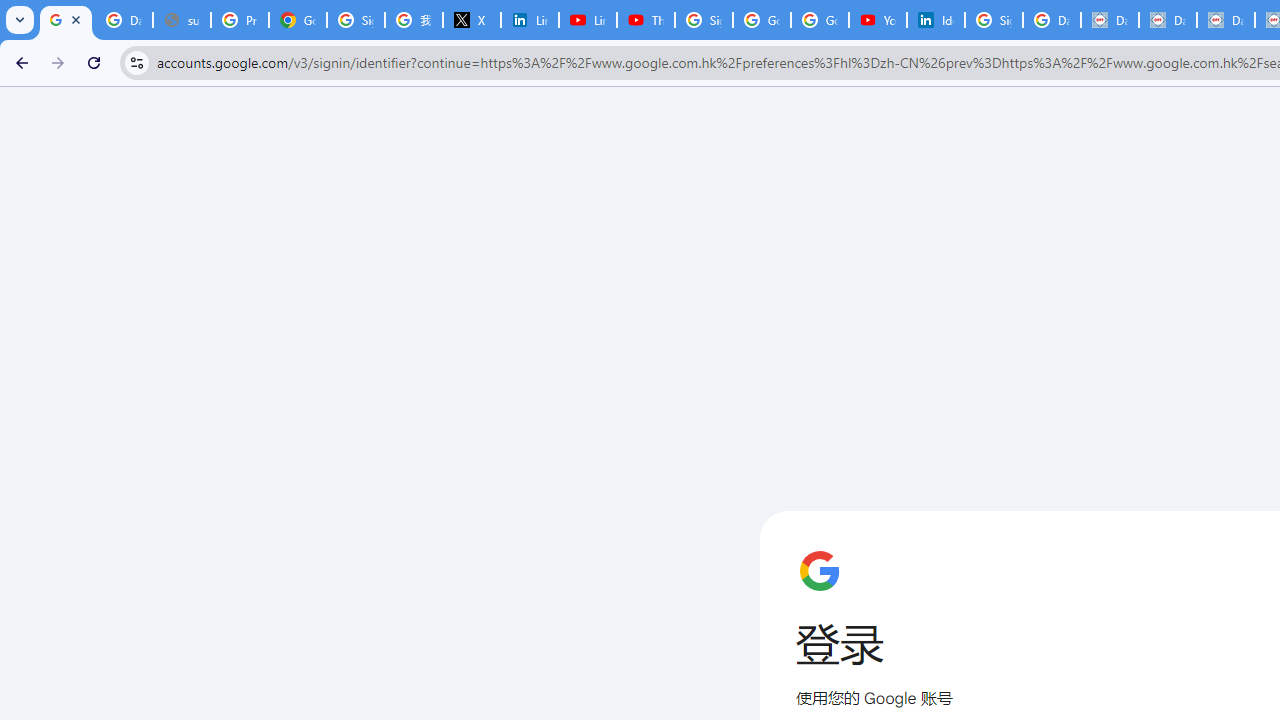 This screenshot has width=1280, height=720. I want to click on 'support.google.com - Network error', so click(181, 20).